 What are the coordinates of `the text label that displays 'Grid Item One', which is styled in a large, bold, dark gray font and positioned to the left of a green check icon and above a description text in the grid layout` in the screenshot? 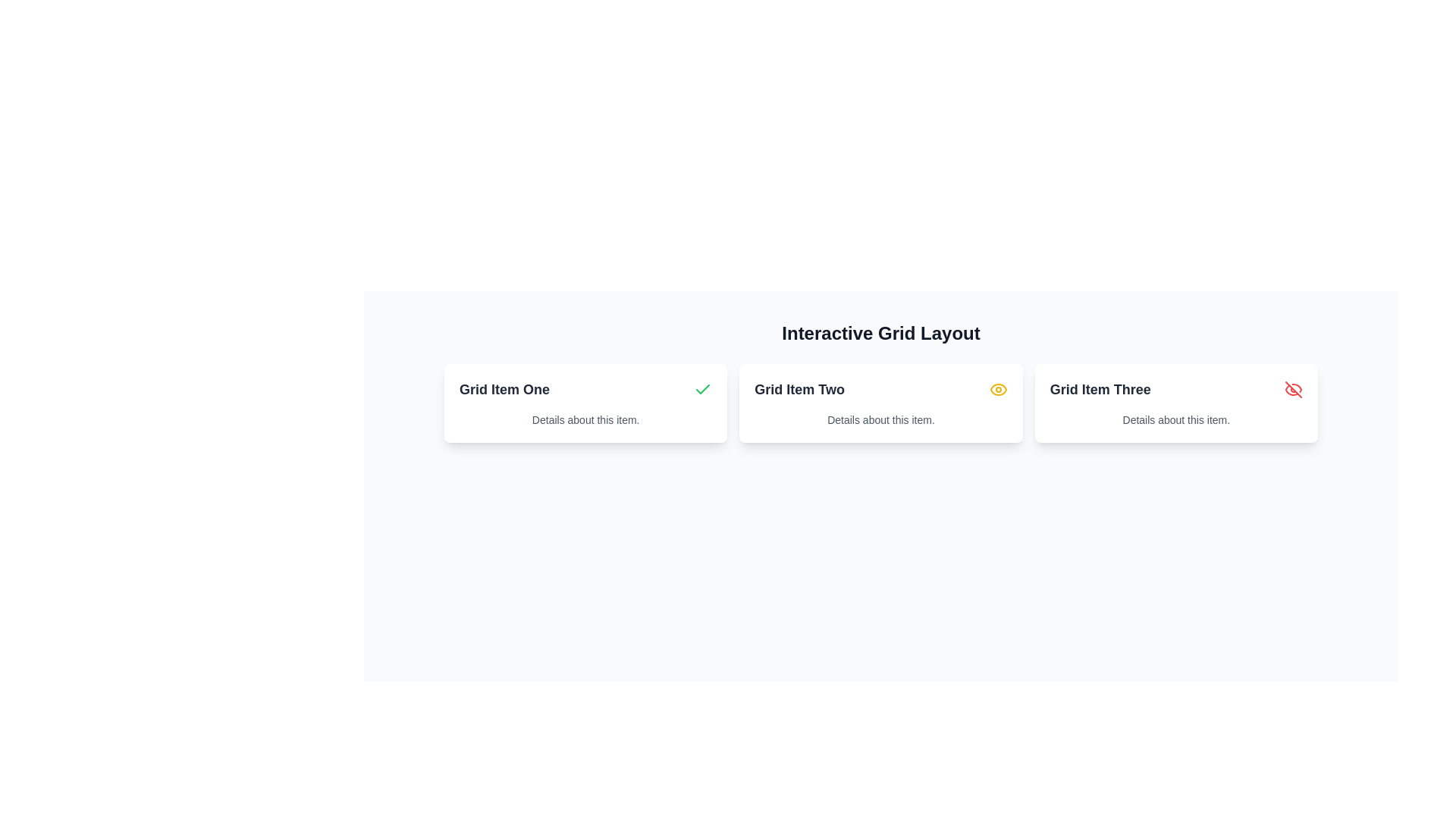 It's located at (504, 388).